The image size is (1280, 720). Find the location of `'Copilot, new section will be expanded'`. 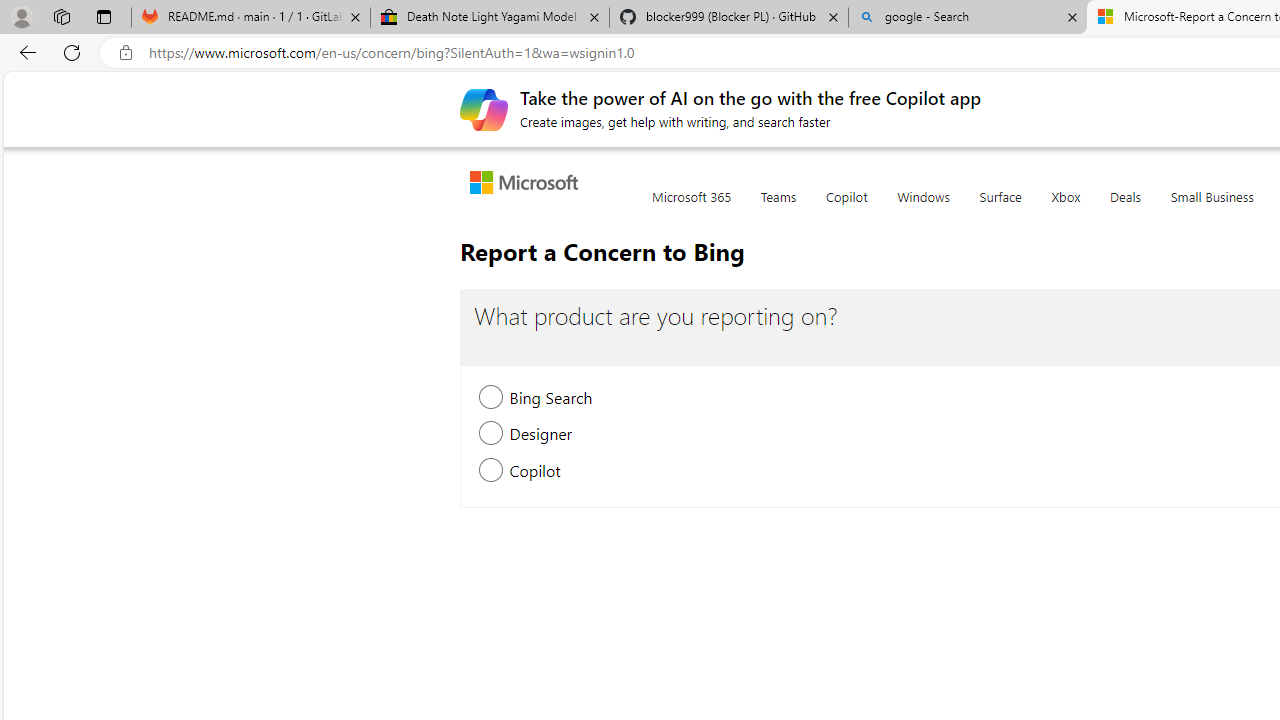

'Copilot, new section will be expanded' is located at coordinates (491, 471).